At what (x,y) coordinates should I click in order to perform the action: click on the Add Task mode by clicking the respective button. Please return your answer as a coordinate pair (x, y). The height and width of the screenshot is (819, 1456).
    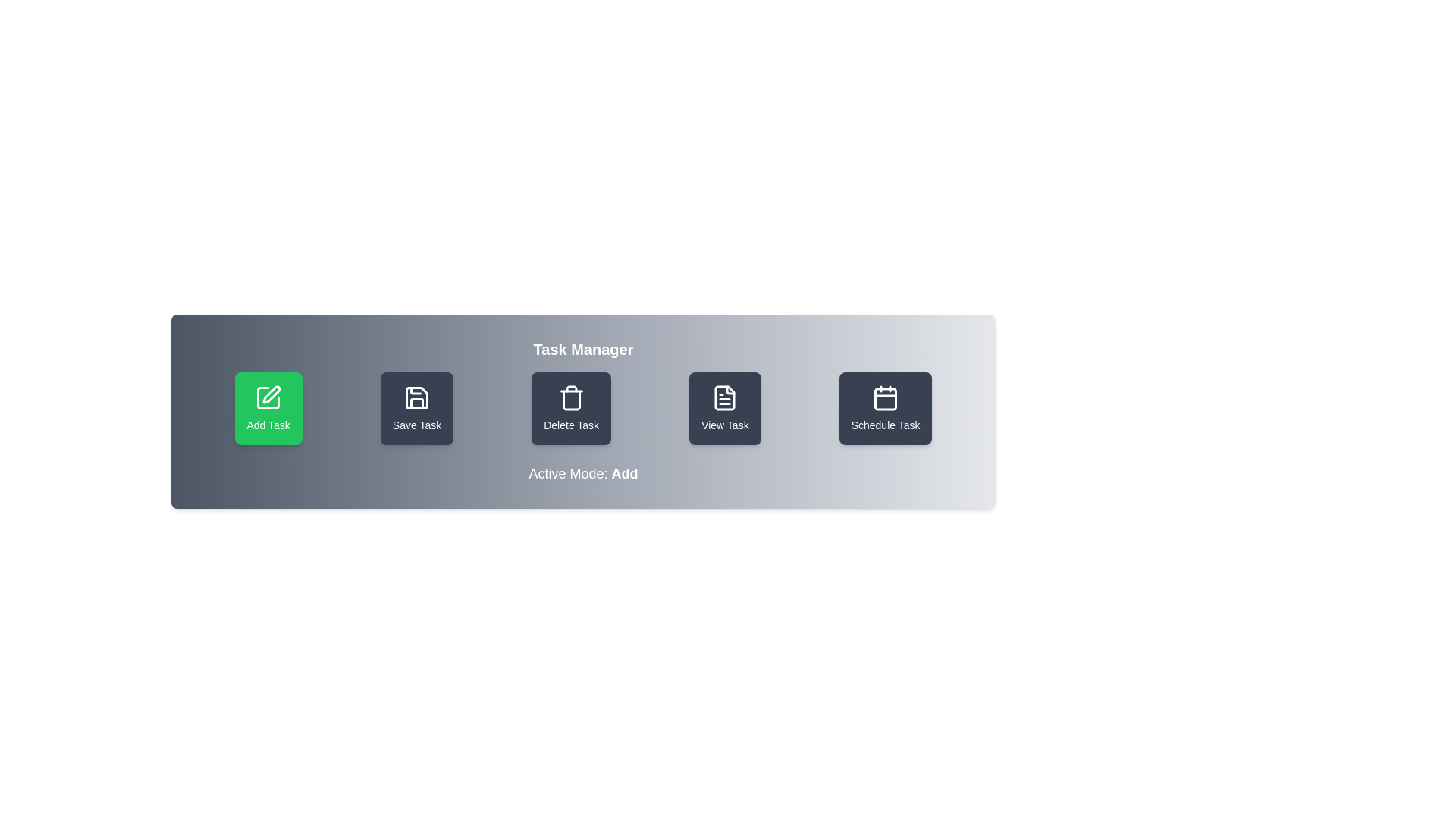
    Looking at the image, I should click on (268, 408).